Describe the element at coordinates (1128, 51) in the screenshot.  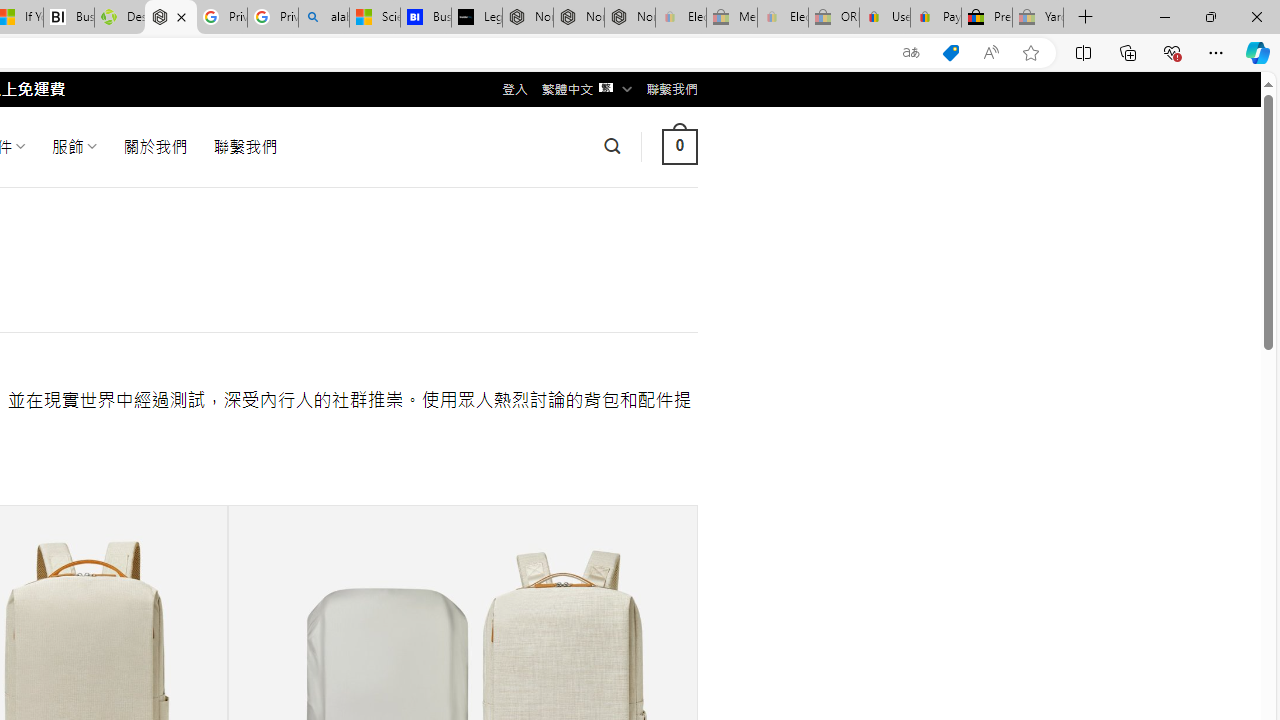
I see `'Collections'` at that location.